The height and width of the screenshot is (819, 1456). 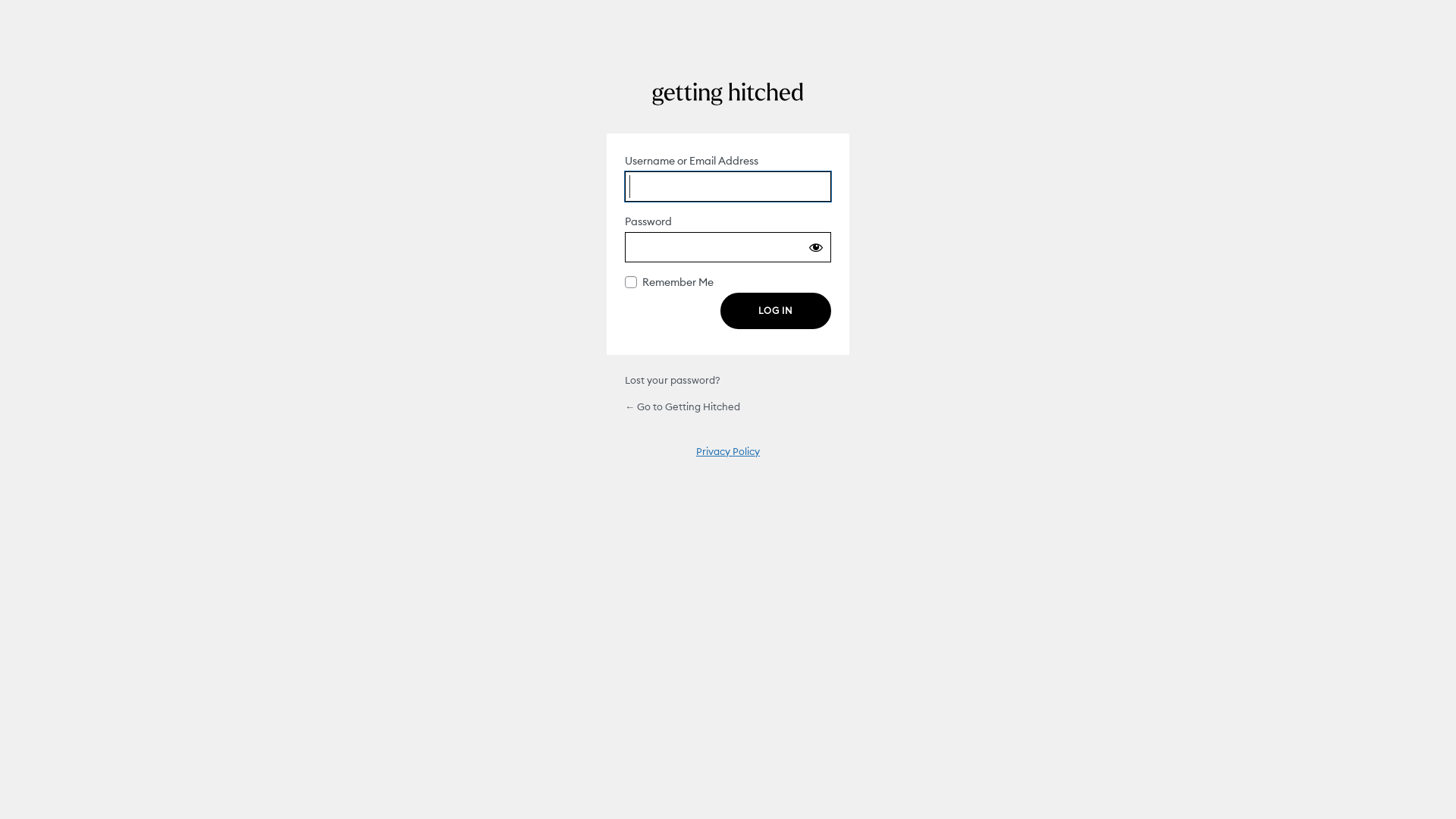 I want to click on 'Lost your password?', so click(x=672, y=379).